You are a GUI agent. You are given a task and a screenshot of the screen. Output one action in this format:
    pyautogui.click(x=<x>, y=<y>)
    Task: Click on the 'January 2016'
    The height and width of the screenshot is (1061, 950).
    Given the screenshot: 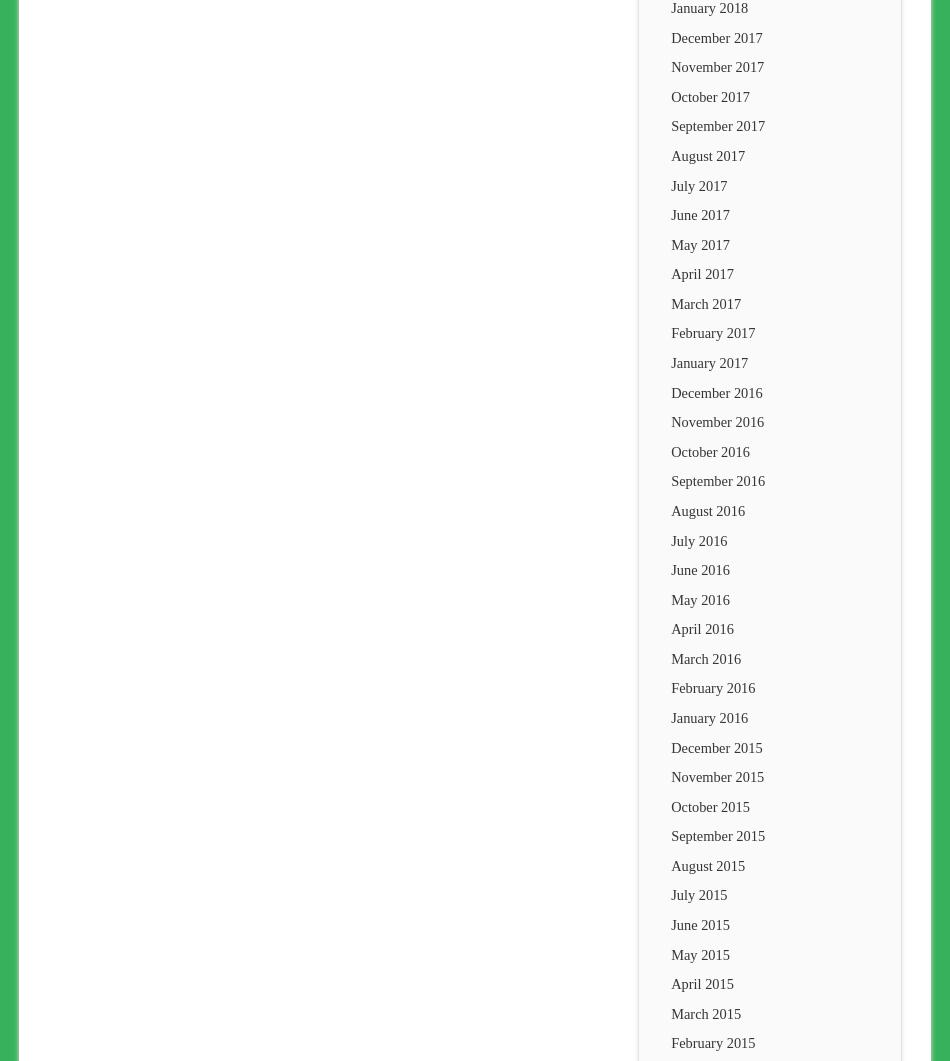 What is the action you would take?
    pyautogui.click(x=709, y=717)
    